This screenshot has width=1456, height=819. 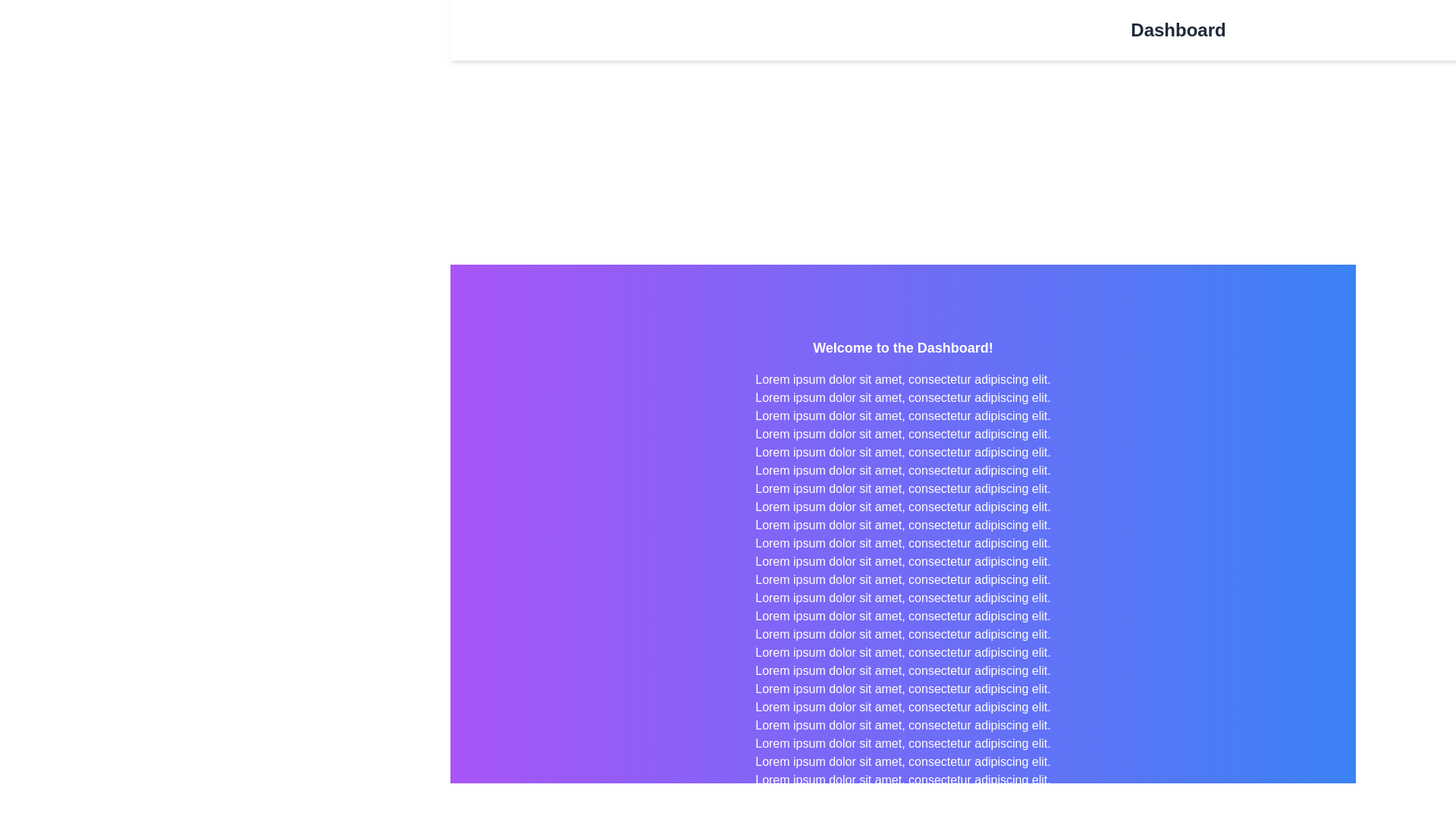 What do you see at coordinates (902, 651) in the screenshot?
I see `the 17th line of static text that is part of a vertical series of identical text blocks under the heading 'Welcome to the Dashboard!'` at bounding box center [902, 651].